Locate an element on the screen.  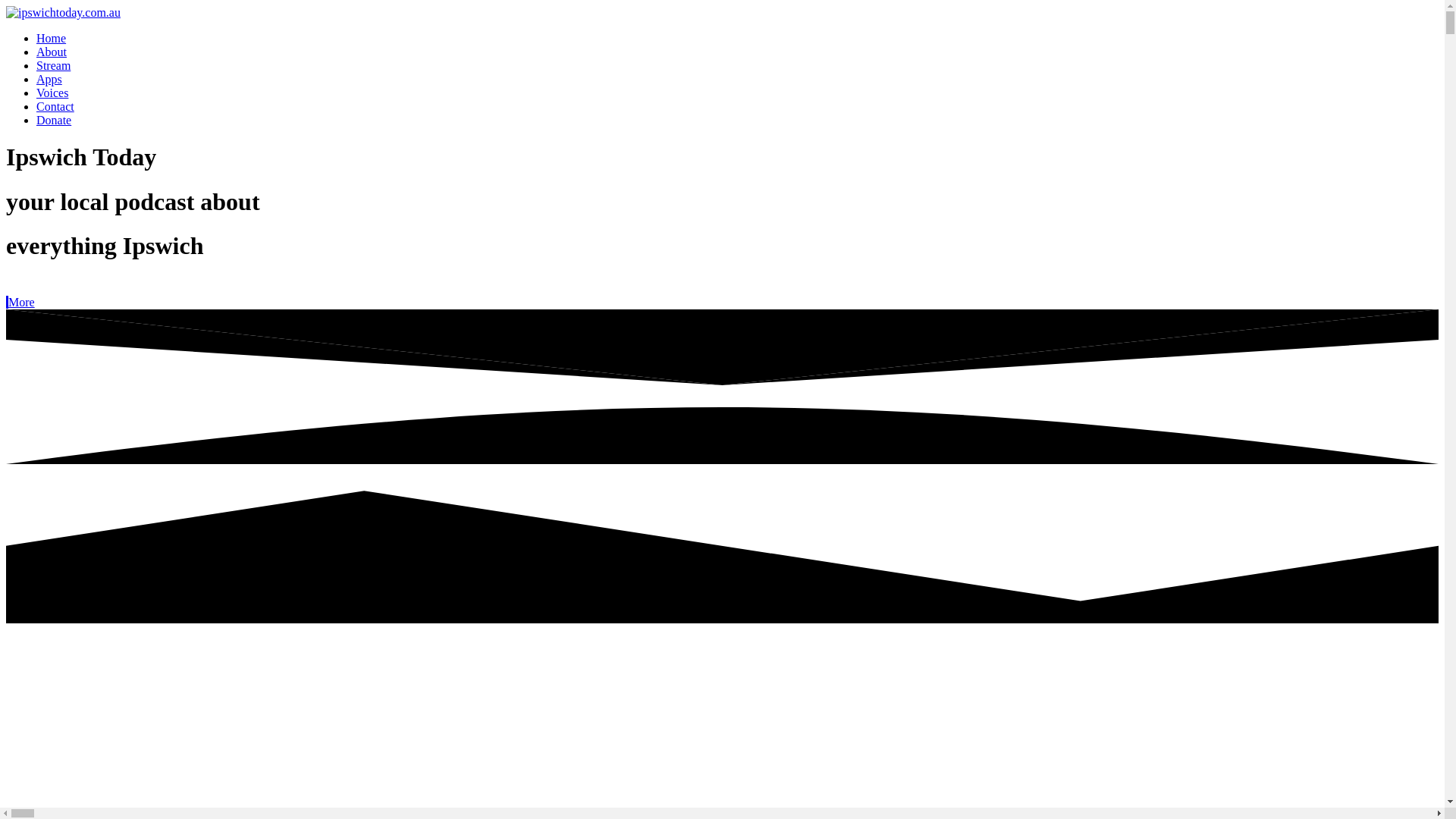
'Voices' is located at coordinates (52, 93).